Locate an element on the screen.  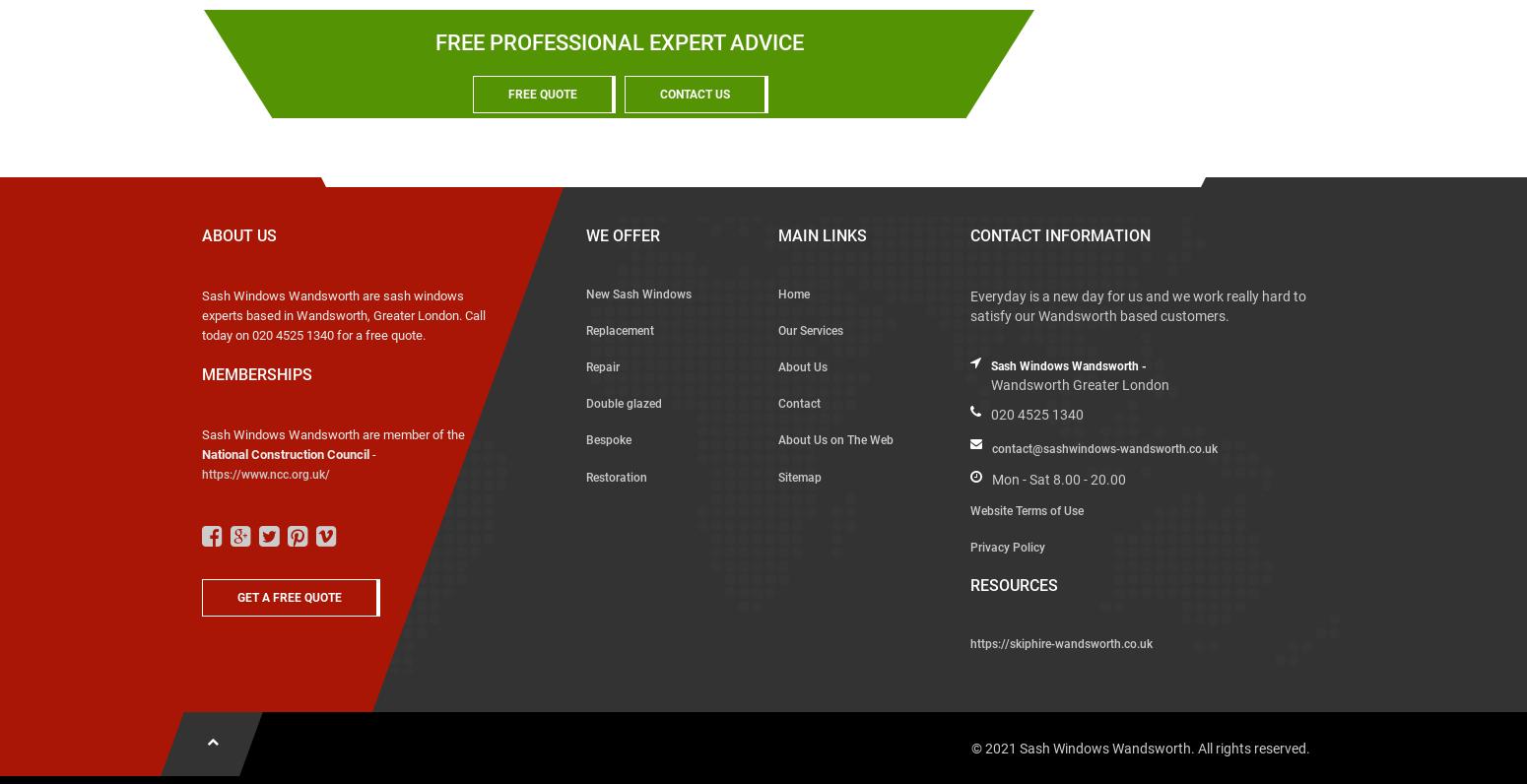
'https://www.ncc.org.uk/' is located at coordinates (266, 473).